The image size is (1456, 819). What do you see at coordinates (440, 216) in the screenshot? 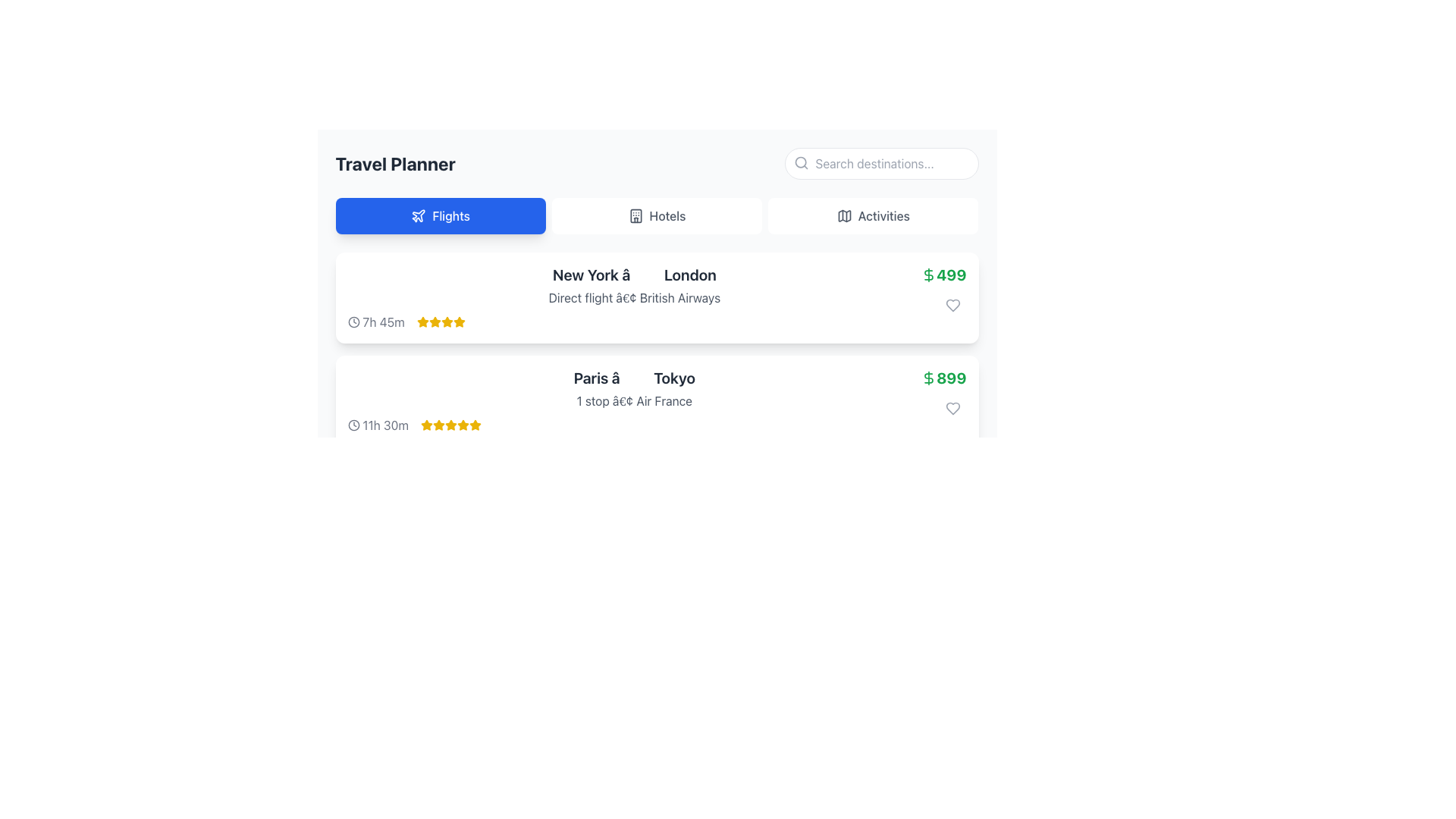
I see `the first navigation button below the 'Travel Planner' heading` at bounding box center [440, 216].